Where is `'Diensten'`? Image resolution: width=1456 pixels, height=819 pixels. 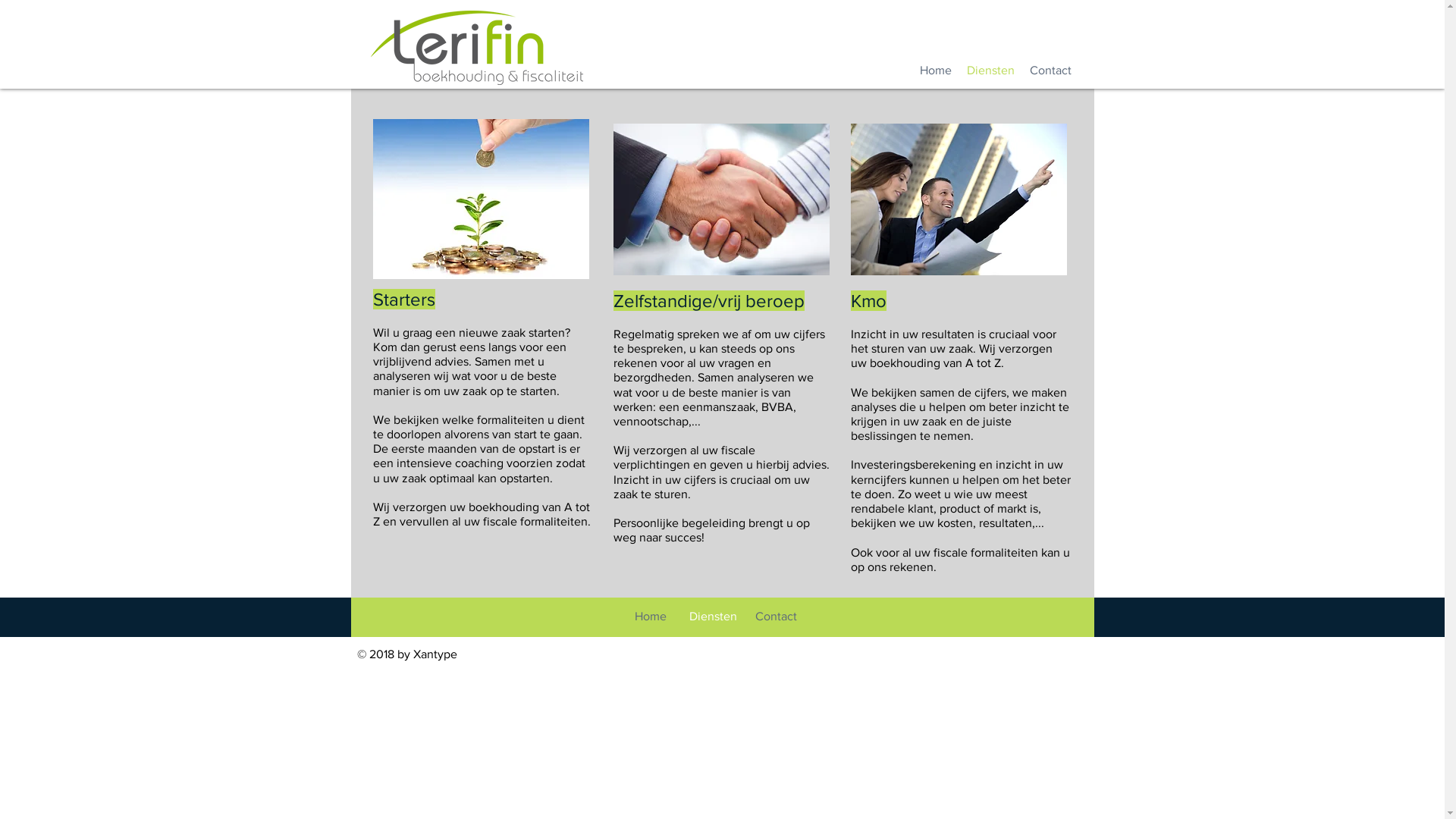
'Diensten' is located at coordinates (957, 70).